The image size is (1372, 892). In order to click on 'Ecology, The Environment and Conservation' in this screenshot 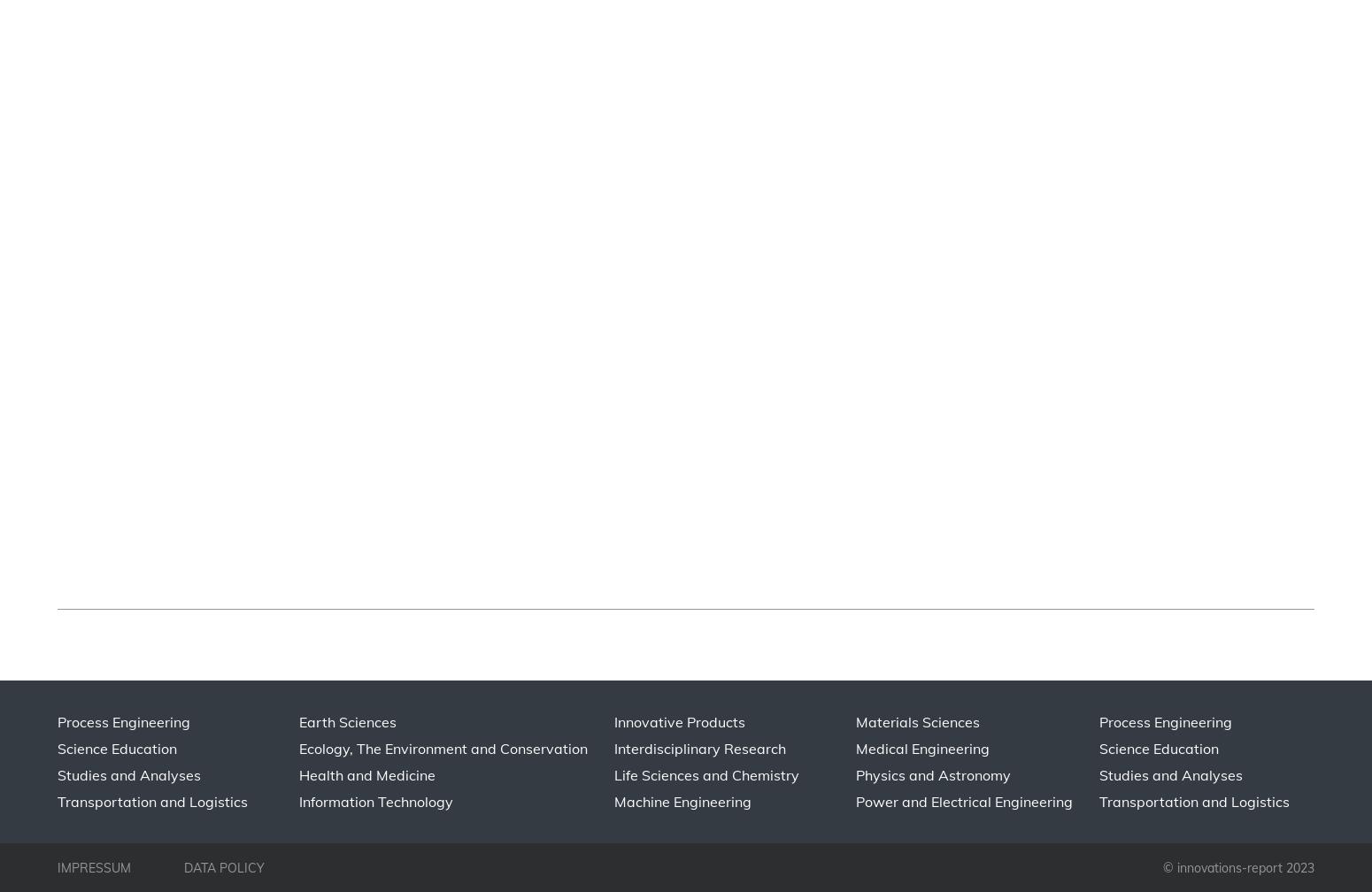, I will do `click(298, 749)`.